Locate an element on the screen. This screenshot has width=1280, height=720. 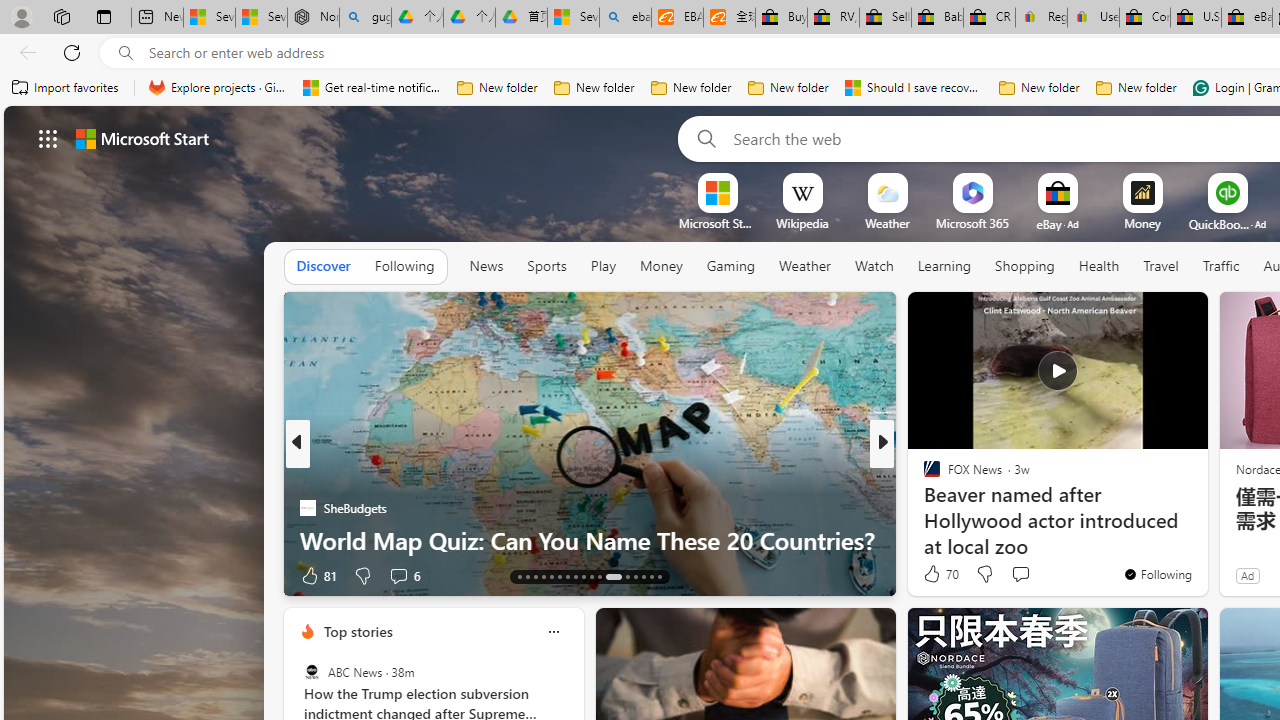
'SheBudgets' is located at coordinates (306, 506).